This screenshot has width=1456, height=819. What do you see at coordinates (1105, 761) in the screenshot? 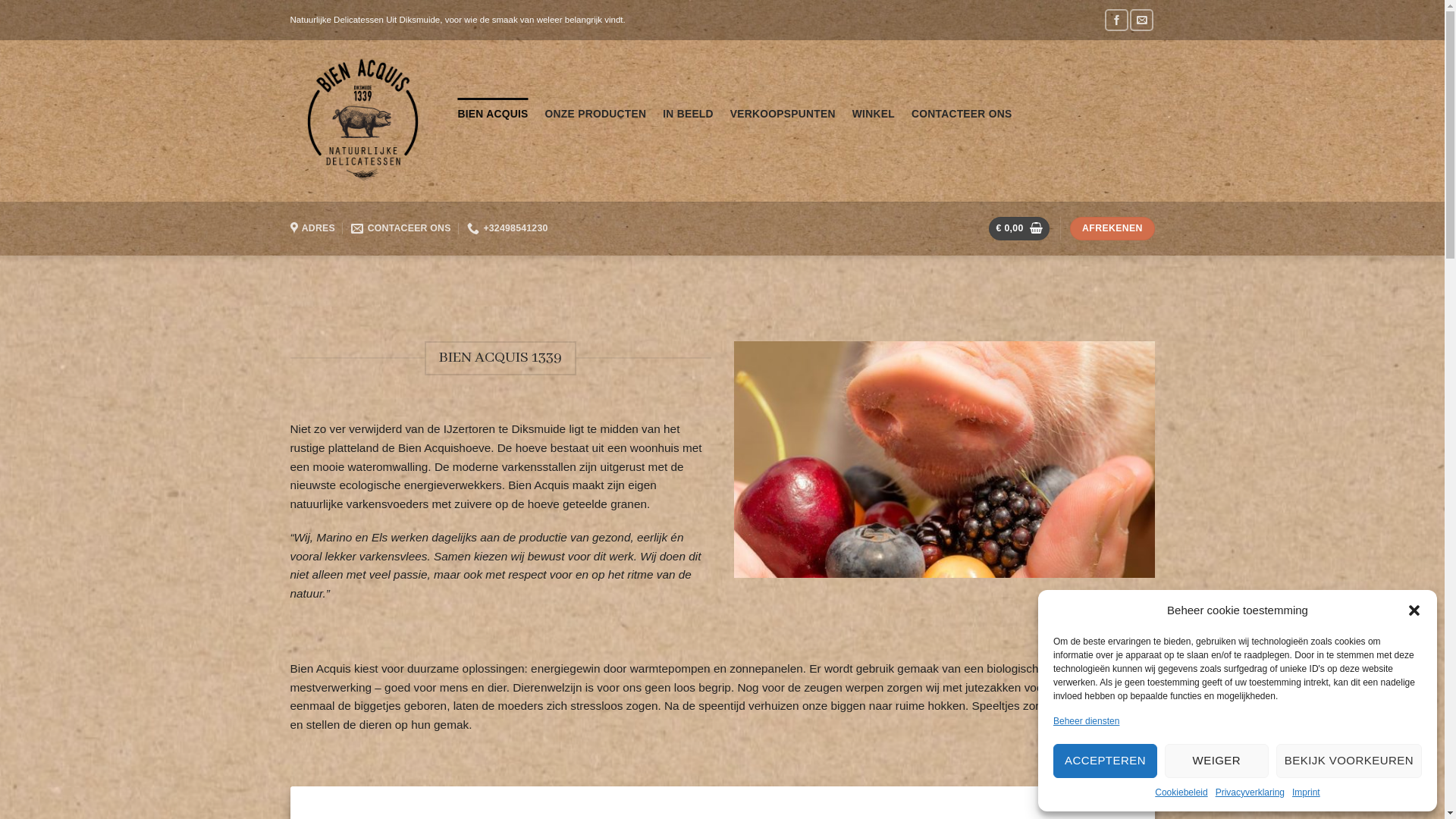
I see `'ACCEPTEREN'` at bounding box center [1105, 761].